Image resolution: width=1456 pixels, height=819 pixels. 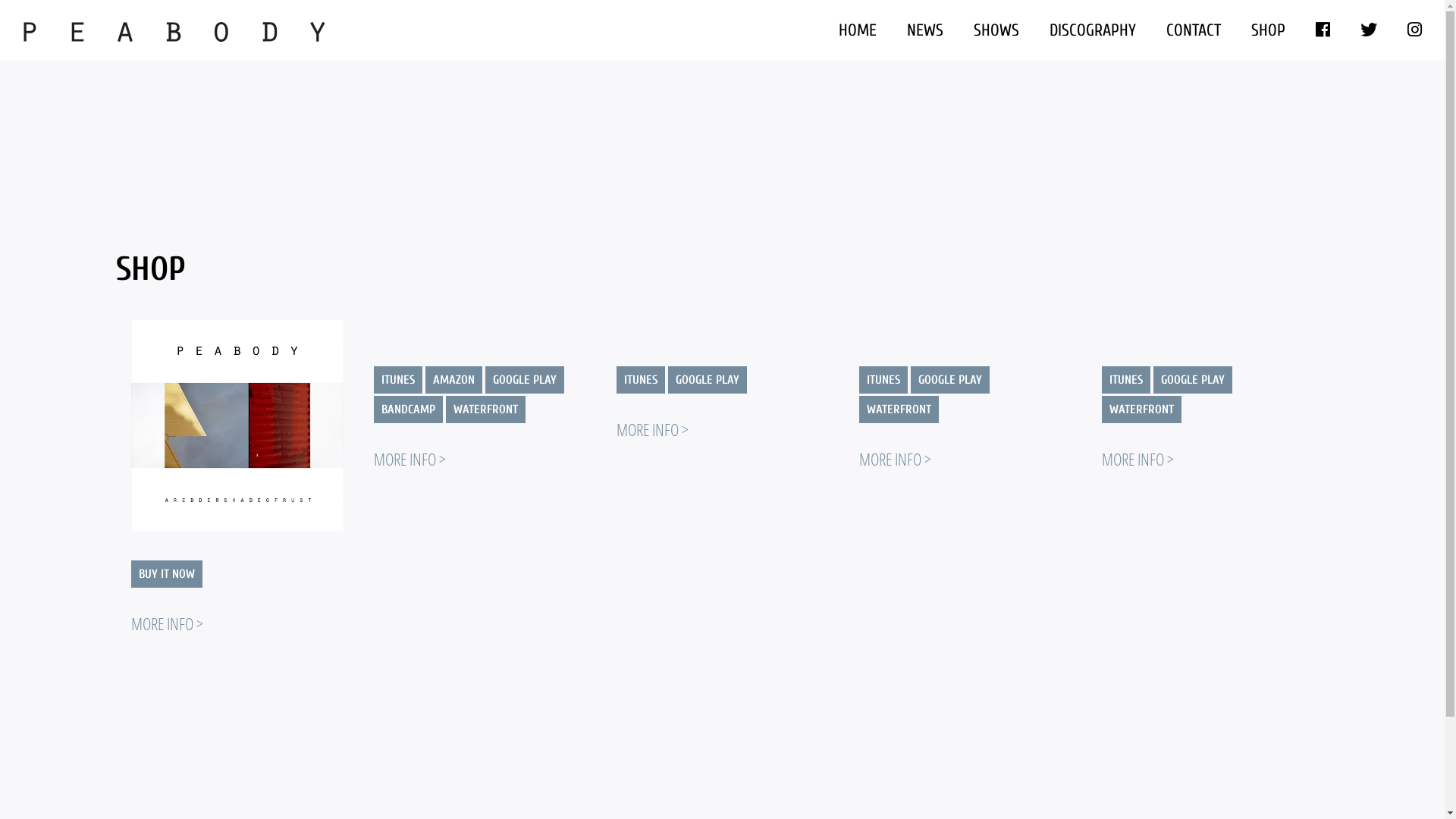 What do you see at coordinates (1153, 379) in the screenshot?
I see `'GOOGLE PLAY'` at bounding box center [1153, 379].